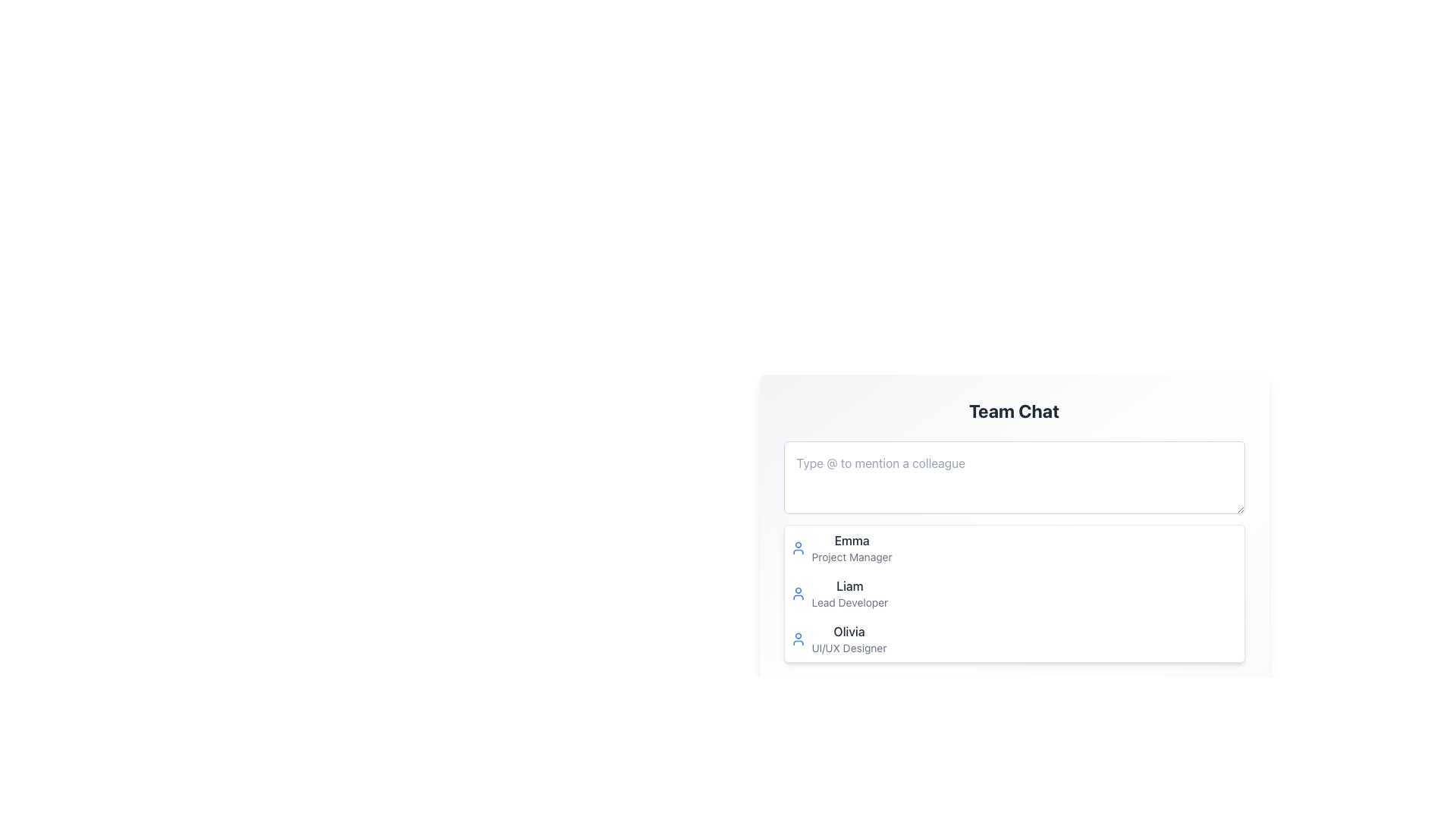 The width and height of the screenshot is (1456, 819). Describe the element at coordinates (797, 639) in the screenshot. I see `the blue user profile icon located to the left of 'Olivia UI/UX Designer' to invoke an action related to Olivia's profile` at that location.